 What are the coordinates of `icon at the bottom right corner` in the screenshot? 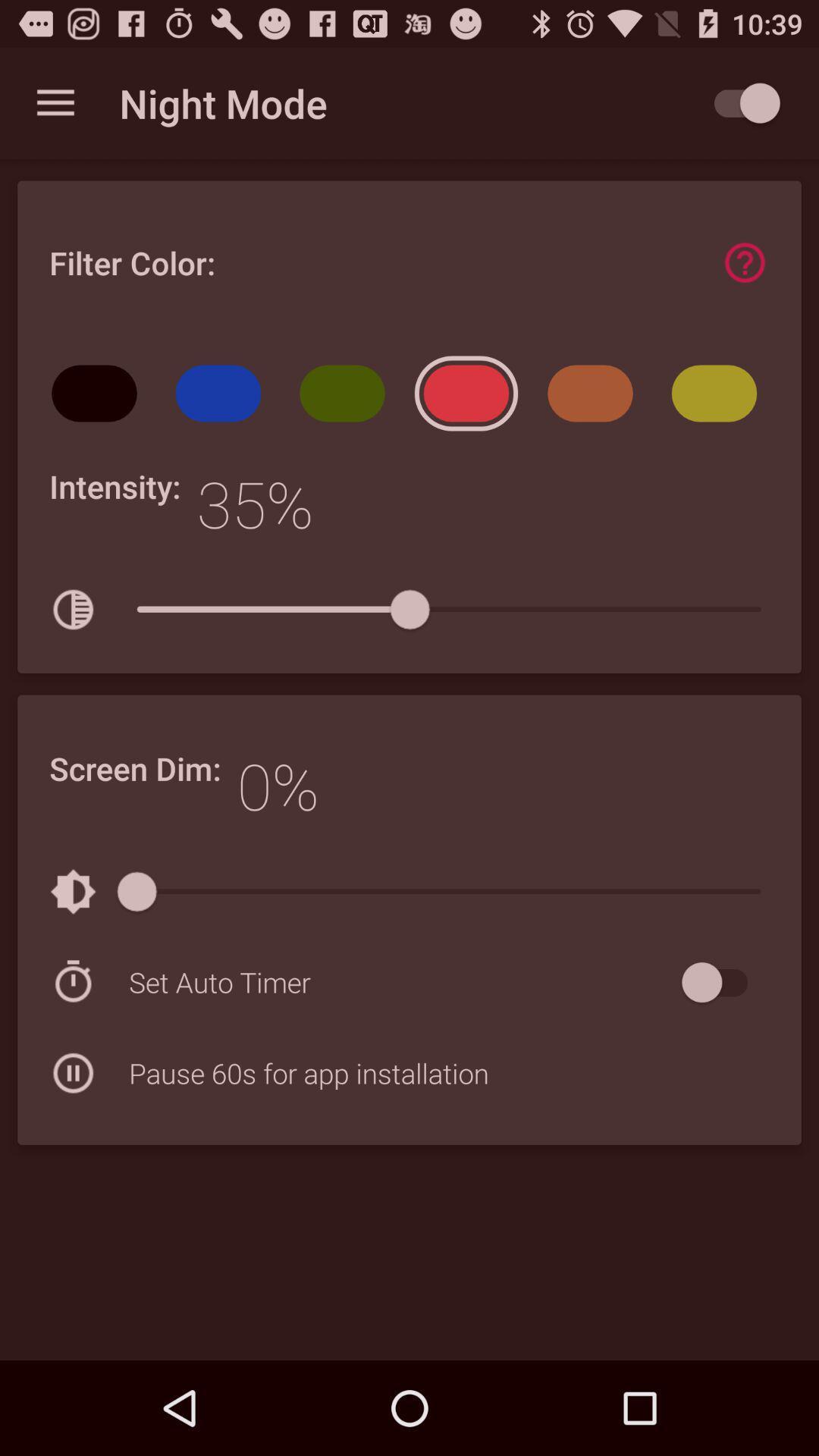 It's located at (721, 982).